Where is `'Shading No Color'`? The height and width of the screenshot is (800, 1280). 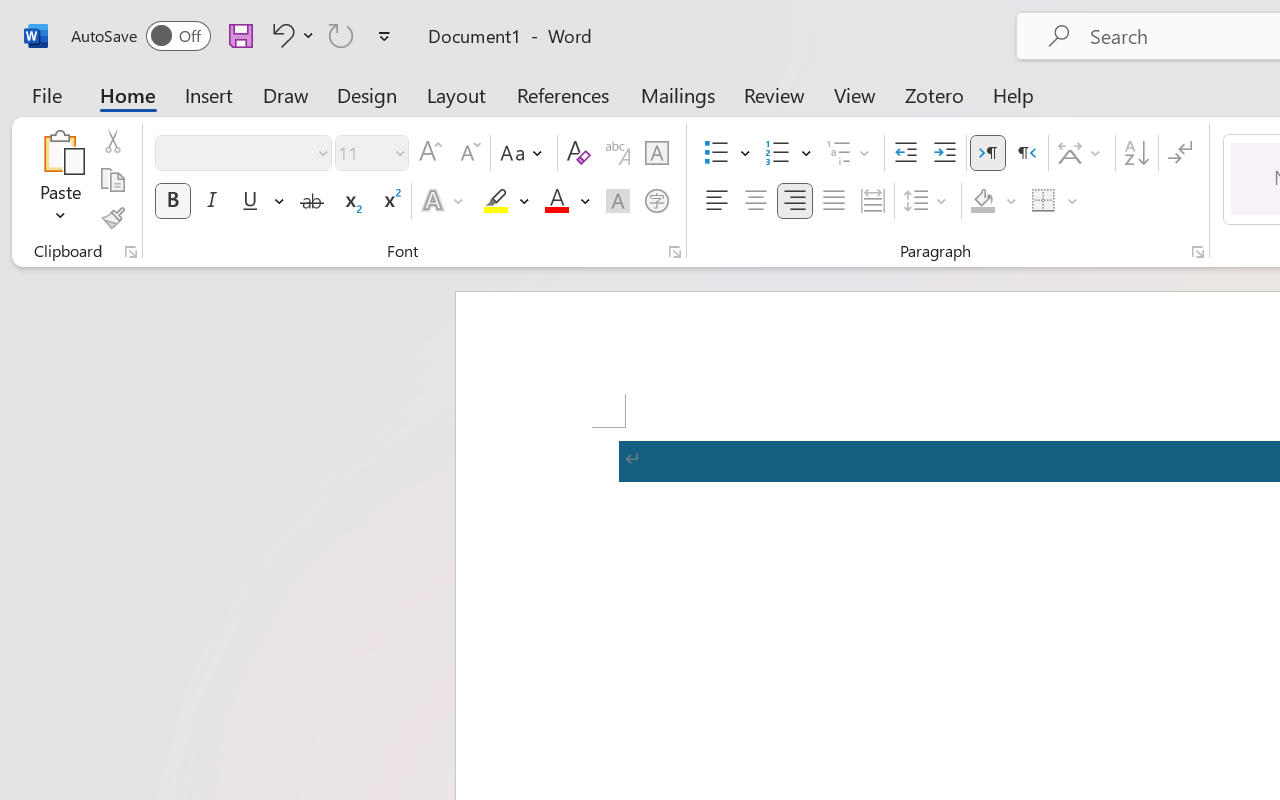
'Shading No Color' is located at coordinates (983, 201).